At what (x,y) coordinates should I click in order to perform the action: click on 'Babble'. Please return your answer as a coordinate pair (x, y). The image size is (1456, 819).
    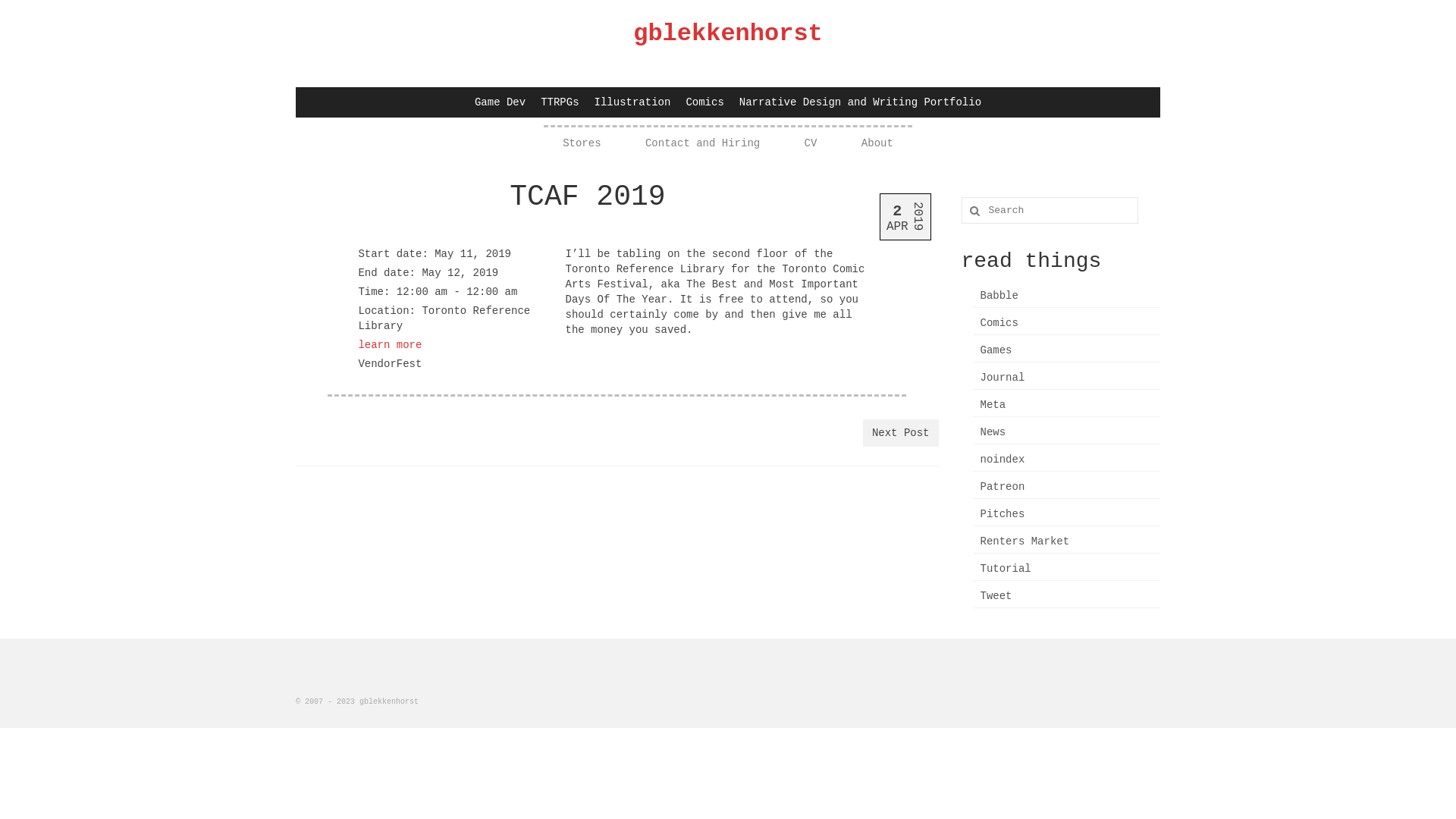
    Looking at the image, I should click on (1065, 296).